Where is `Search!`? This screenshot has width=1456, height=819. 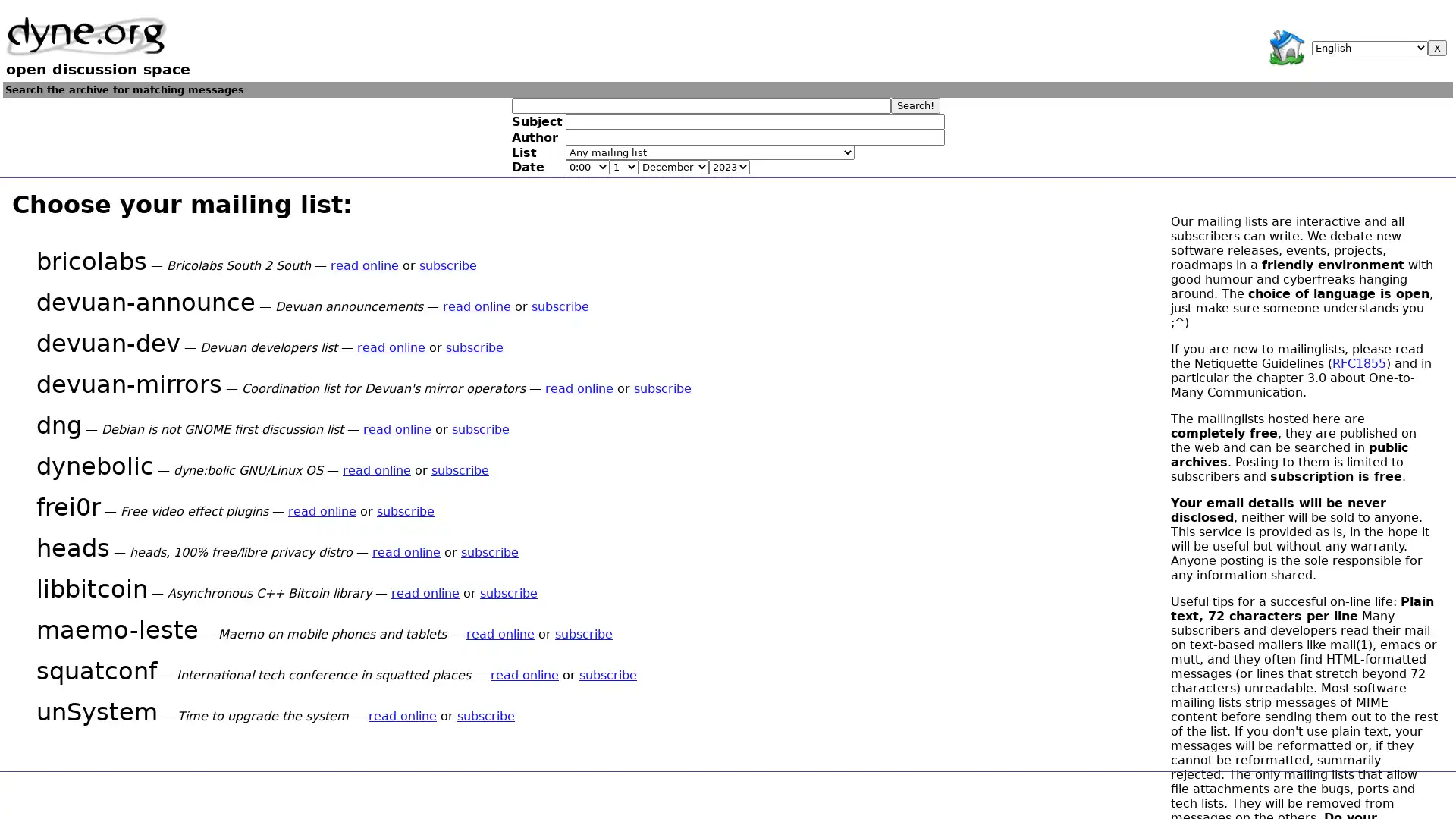
Search! is located at coordinates (914, 104).